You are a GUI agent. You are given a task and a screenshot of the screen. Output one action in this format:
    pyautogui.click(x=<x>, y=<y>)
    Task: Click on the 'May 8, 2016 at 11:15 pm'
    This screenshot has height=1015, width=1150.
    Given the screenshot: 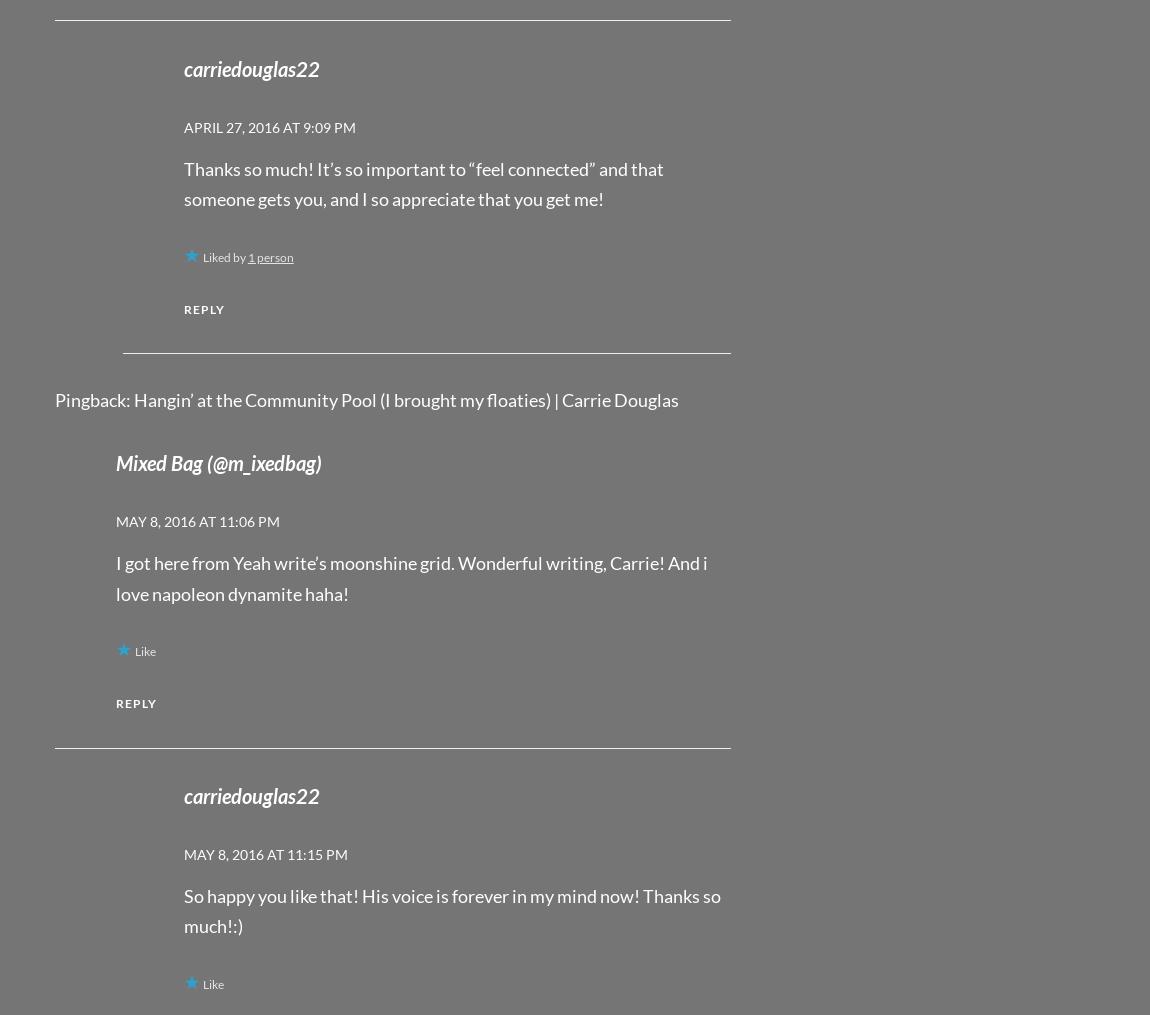 What is the action you would take?
    pyautogui.click(x=263, y=854)
    